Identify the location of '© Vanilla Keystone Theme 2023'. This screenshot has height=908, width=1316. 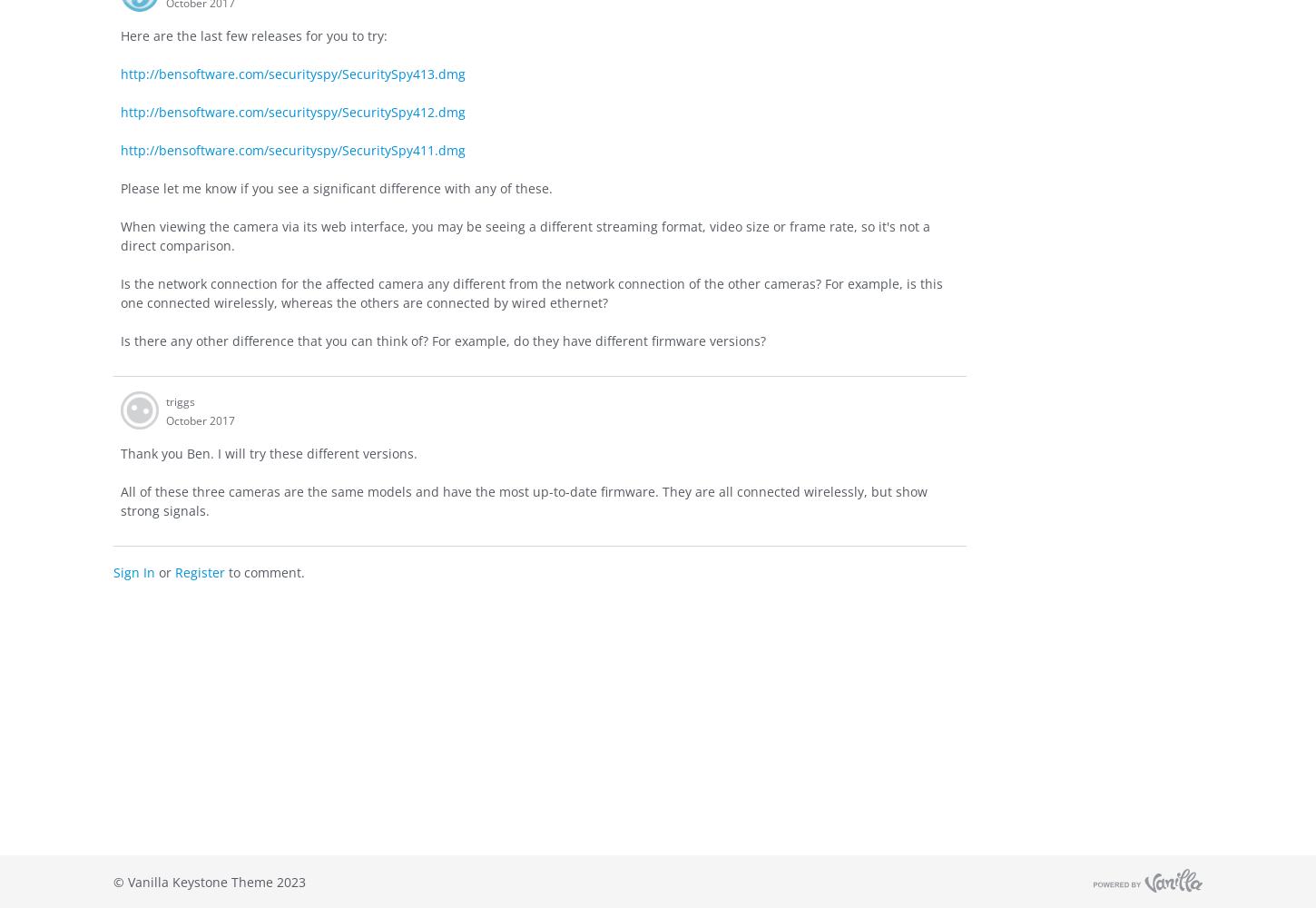
(208, 880).